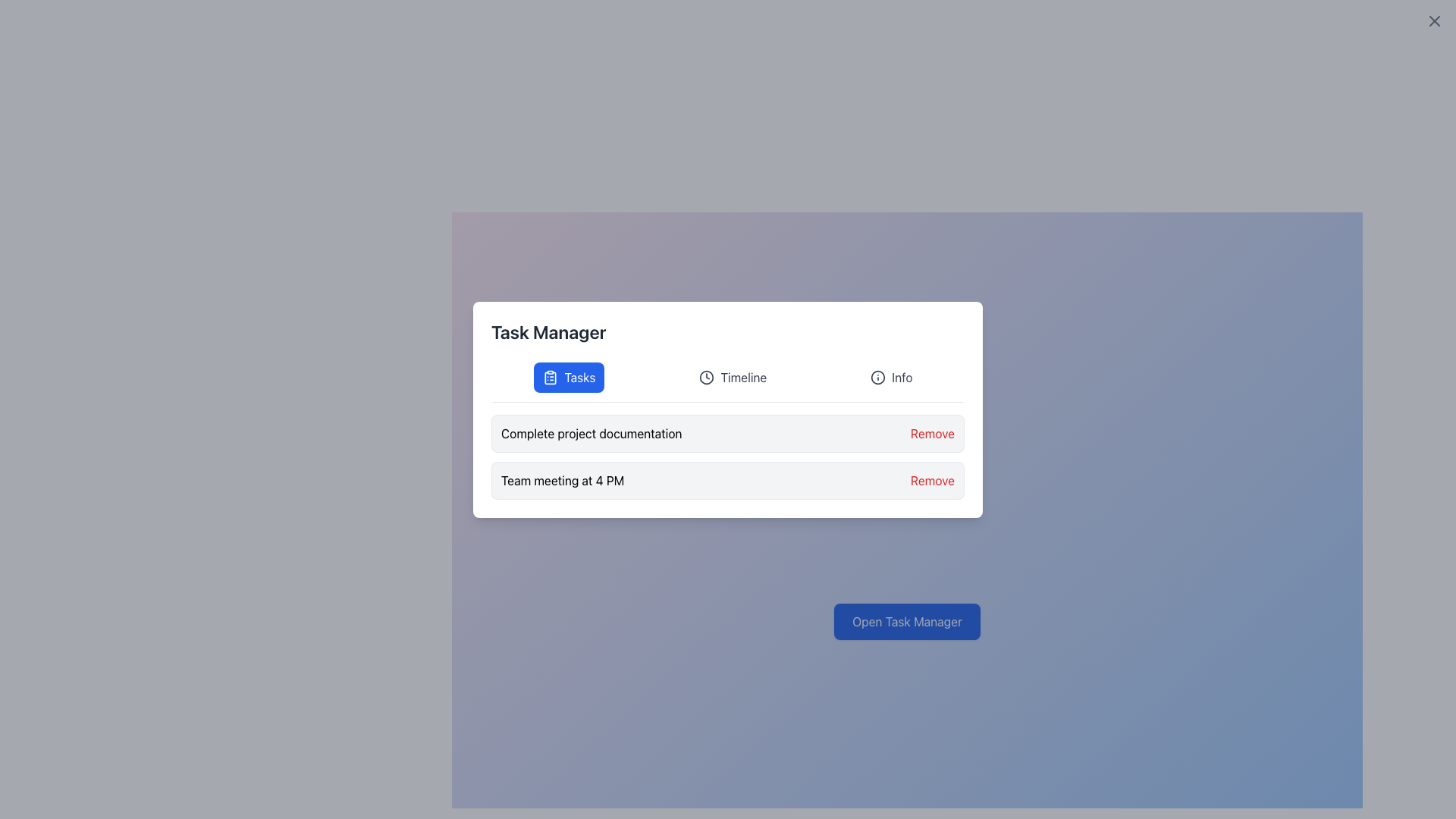 This screenshot has height=819, width=1456. What do you see at coordinates (1433, 20) in the screenshot?
I see `the Close Button located at the top-right corner of the modal` at bounding box center [1433, 20].